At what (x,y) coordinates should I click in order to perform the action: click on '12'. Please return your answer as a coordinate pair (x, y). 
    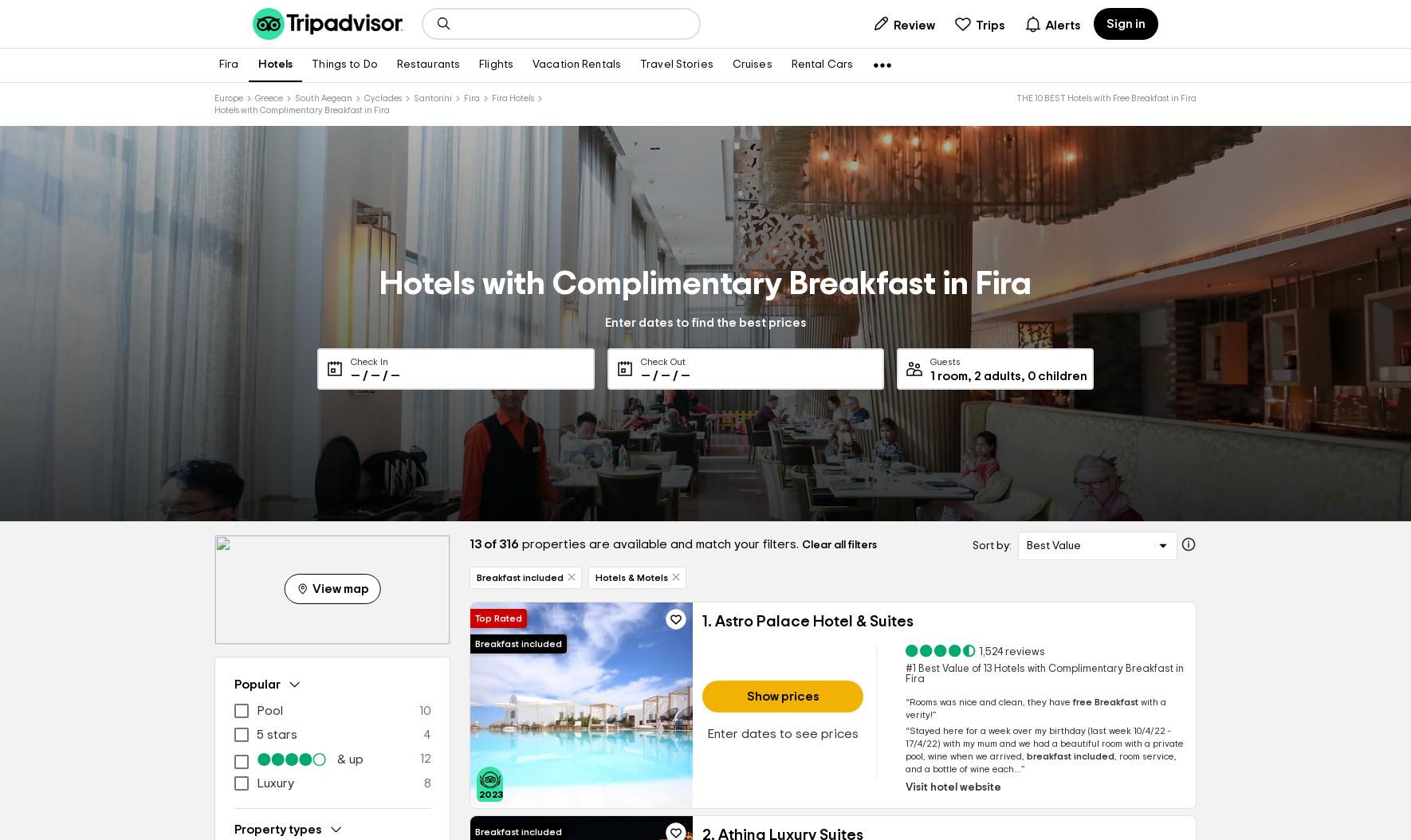
    Looking at the image, I should click on (426, 758).